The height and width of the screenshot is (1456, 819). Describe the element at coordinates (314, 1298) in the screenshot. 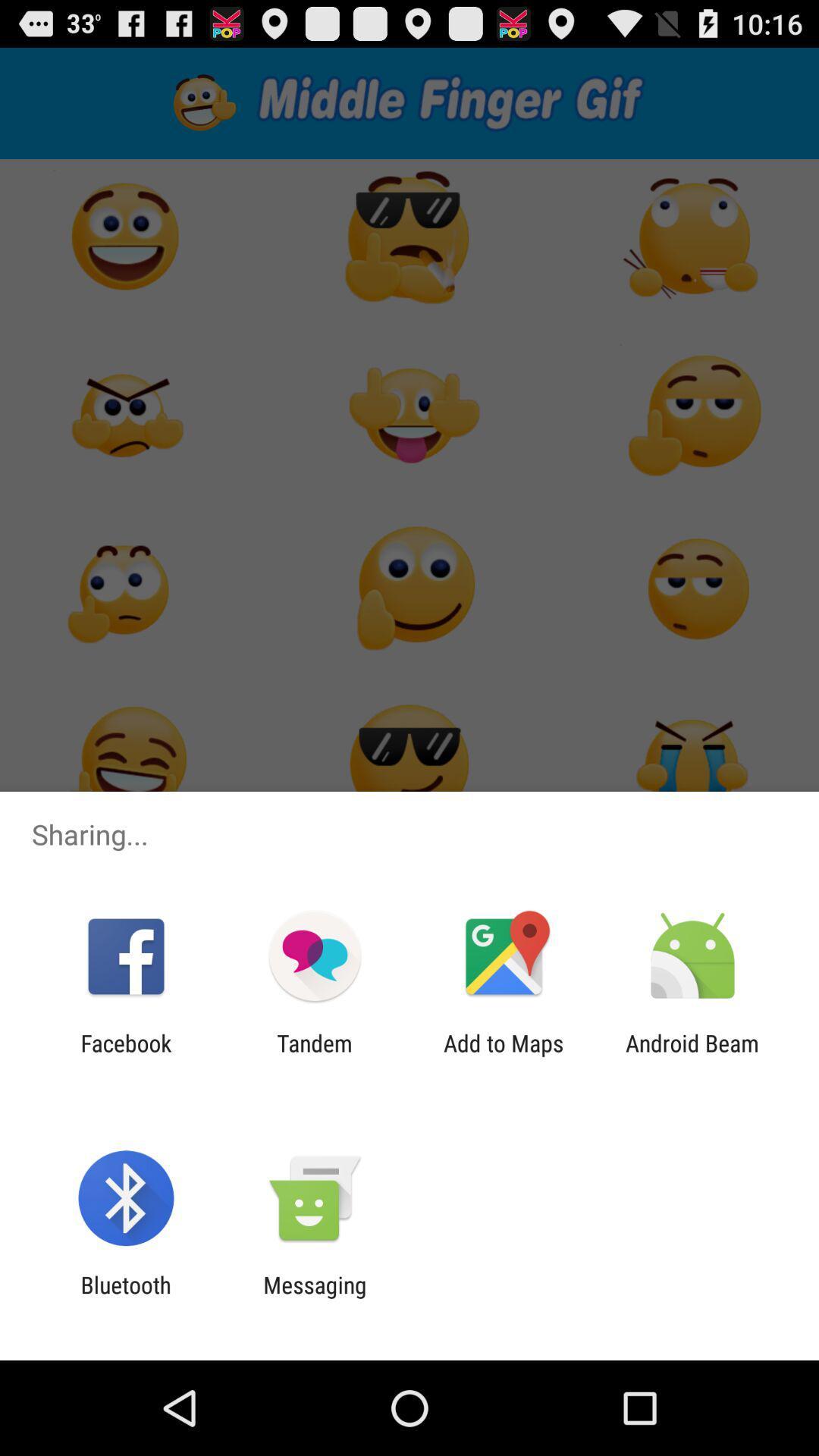

I see `the app next to the bluetooth item` at that location.